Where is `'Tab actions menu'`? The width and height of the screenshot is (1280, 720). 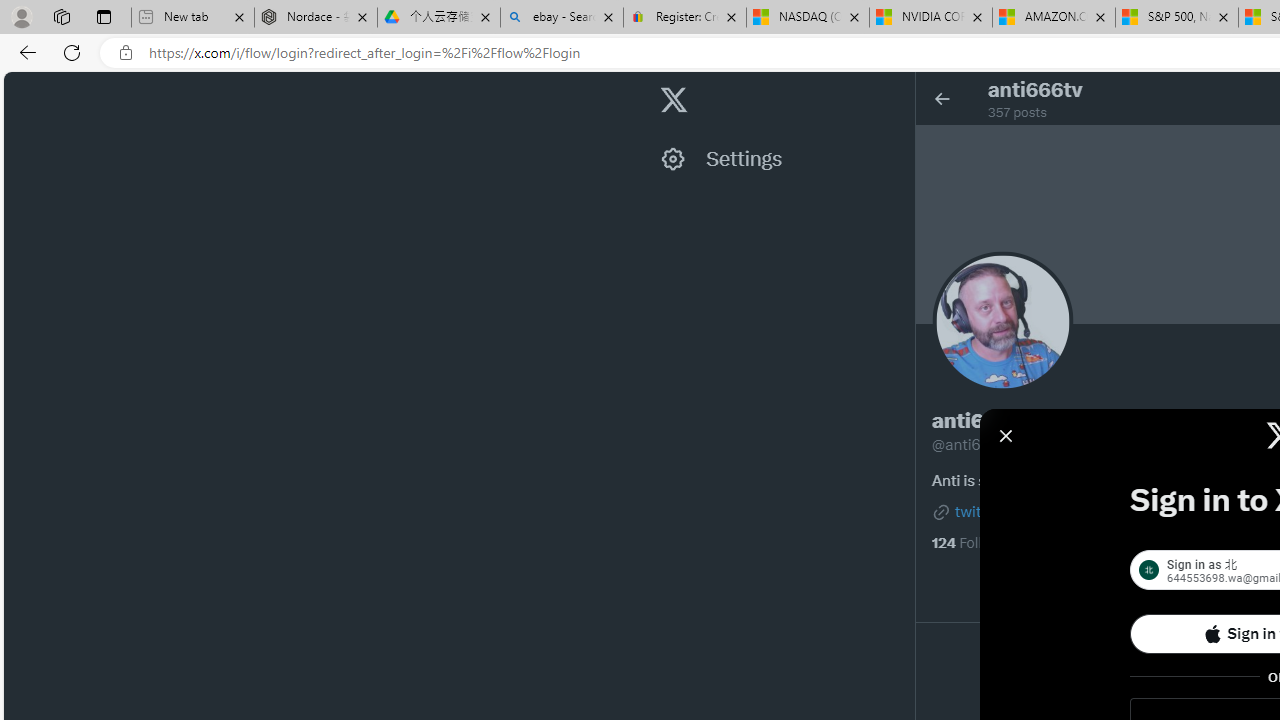
'Tab actions menu' is located at coordinates (103, 16).